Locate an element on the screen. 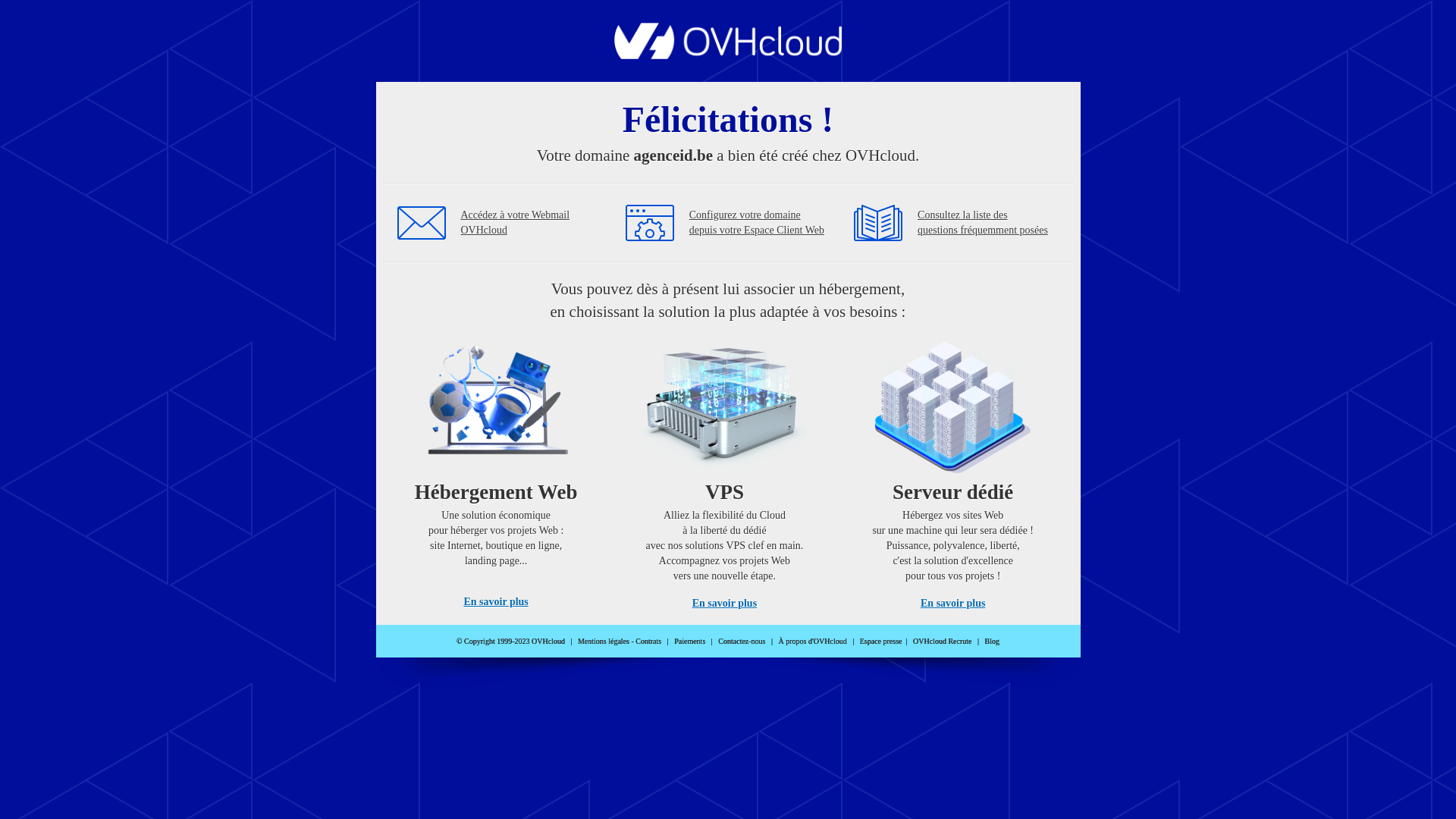 Image resolution: width=1456 pixels, height=819 pixels. 'En savoir plus' is located at coordinates (952, 602).